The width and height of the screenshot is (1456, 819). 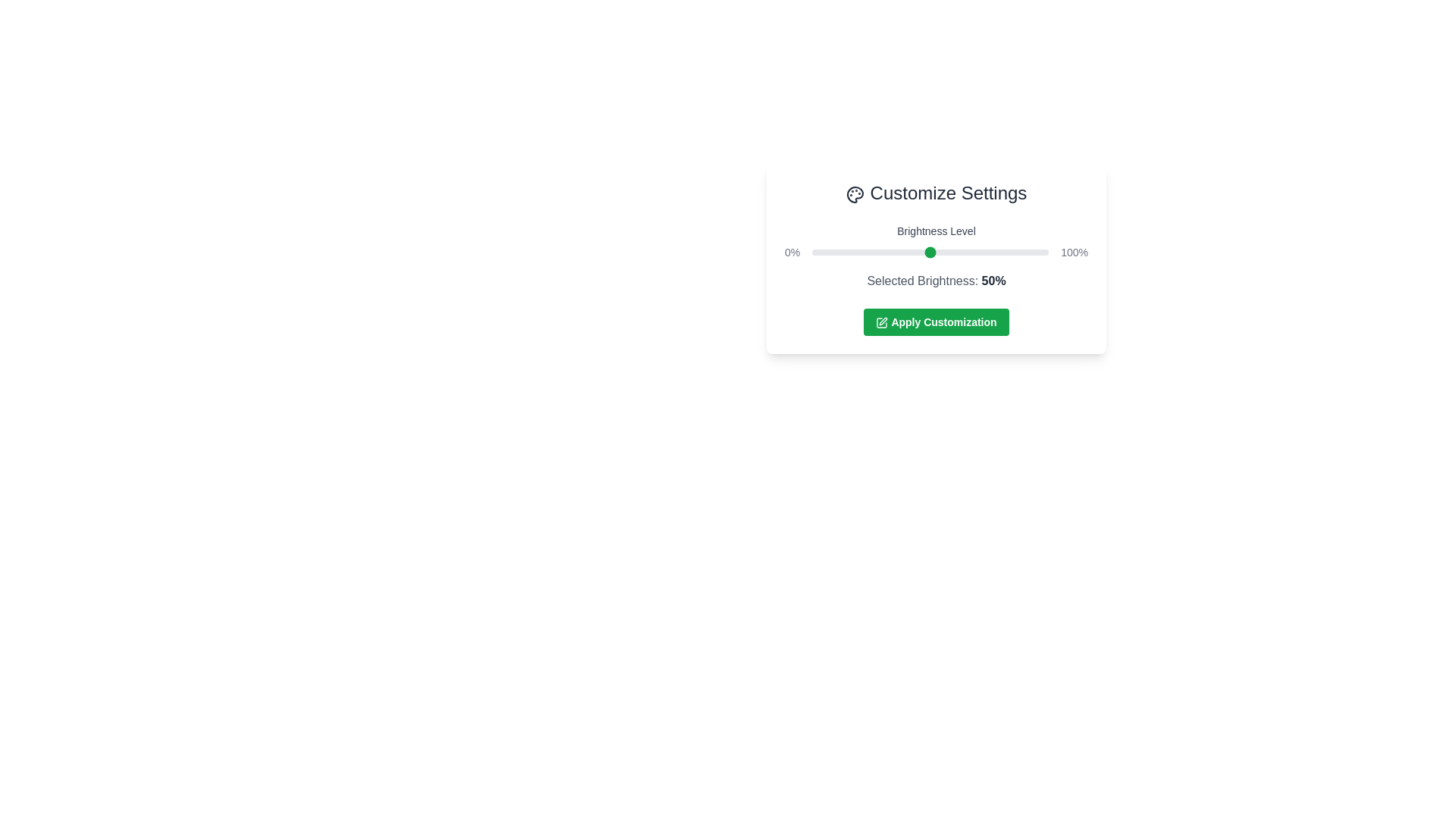 What do you see at coordinates (882, 322) in the screenshot?
I see `the pen and square icon located within the green button labeled 'Apply Customization'` at bounding box center [882, 322].